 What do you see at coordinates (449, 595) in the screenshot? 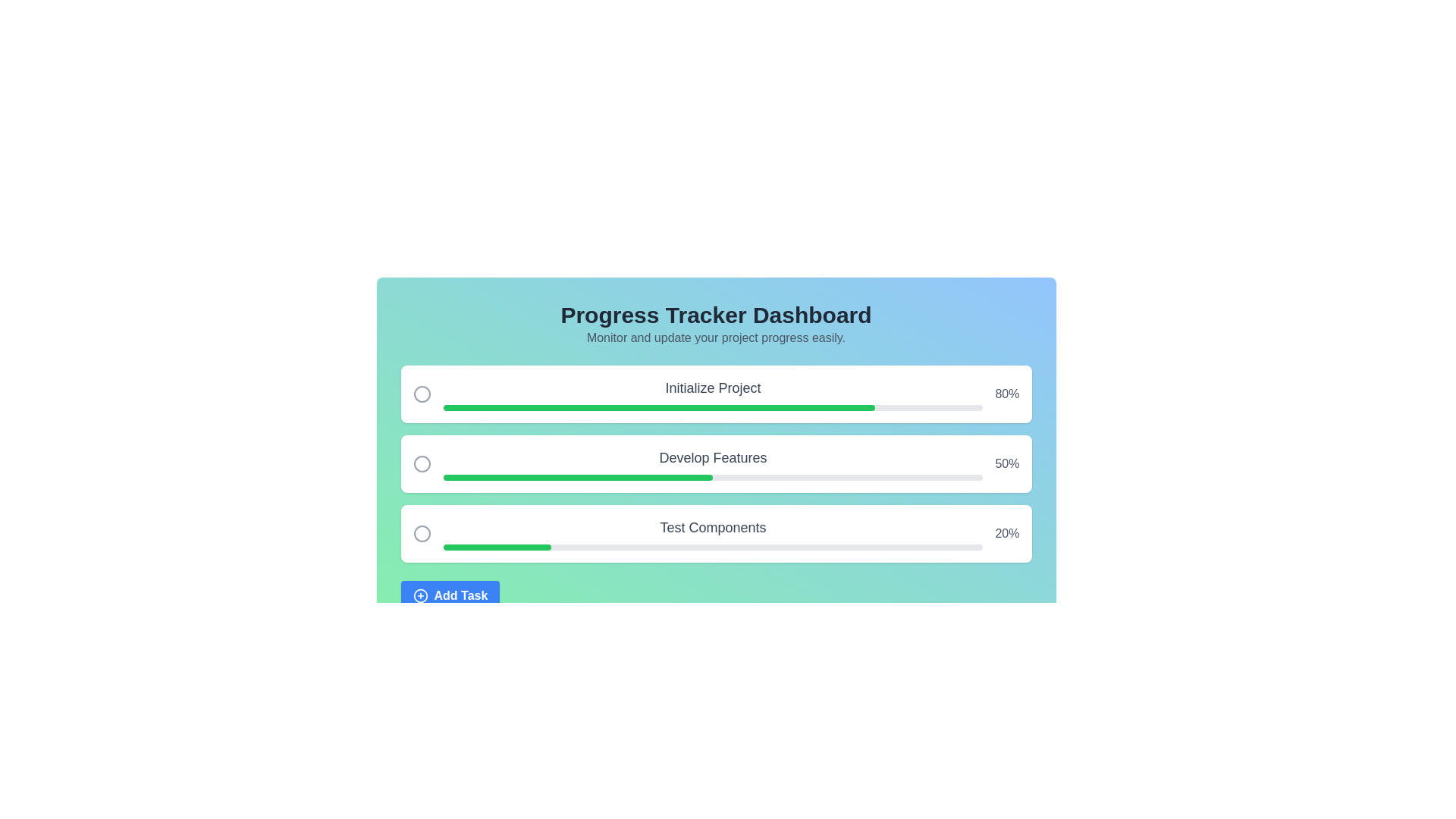
I see `the button that allows users to add a new task to the progress tracker to observe the hover effect` at bounding box center [449, 595].